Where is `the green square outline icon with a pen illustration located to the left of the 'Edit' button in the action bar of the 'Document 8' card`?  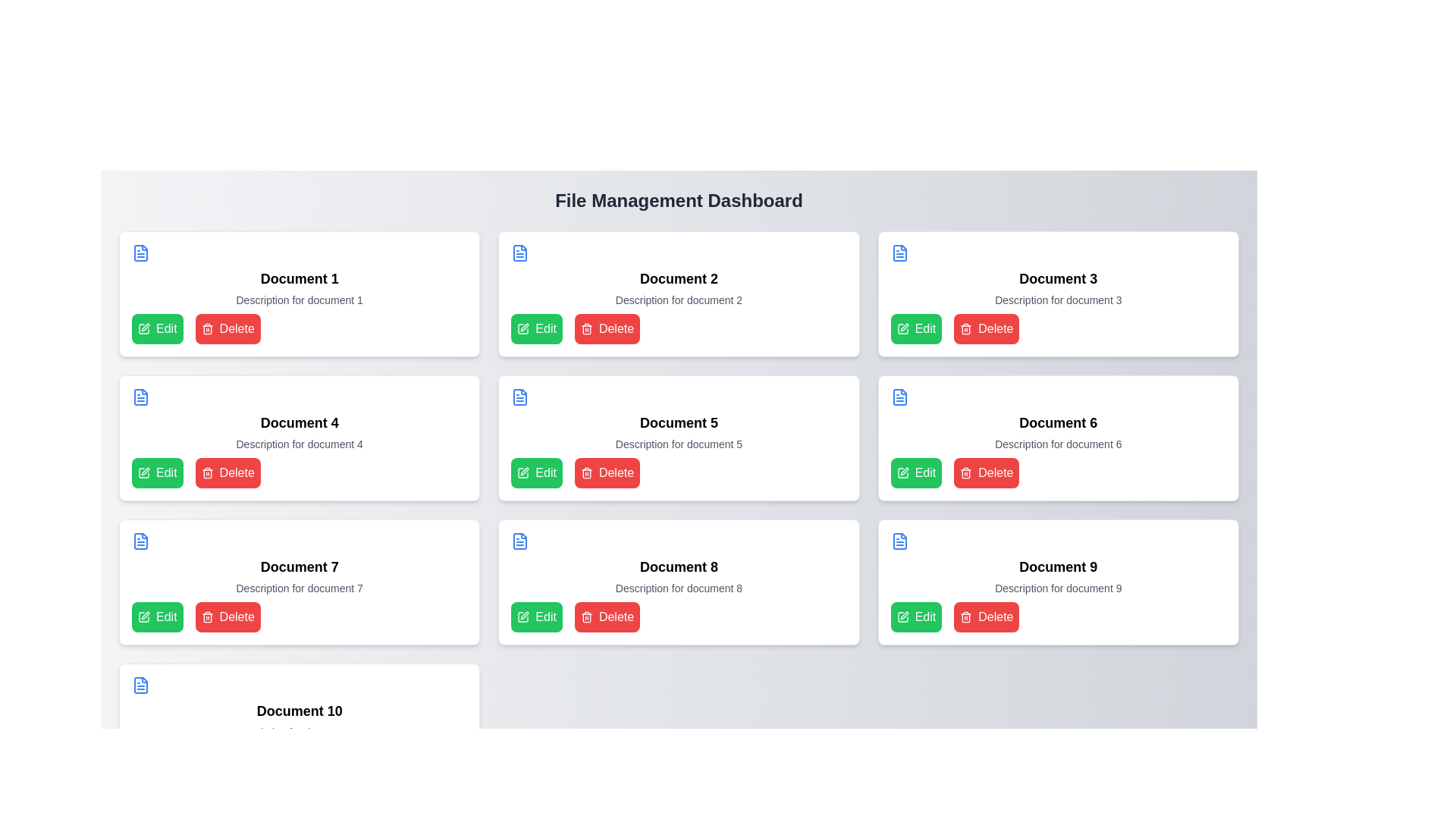 the green square outline icon with a pen illustration located to the left of the 'Edit' button in the action bar of the 'Document 8' card is located at coordinates (523, 617).